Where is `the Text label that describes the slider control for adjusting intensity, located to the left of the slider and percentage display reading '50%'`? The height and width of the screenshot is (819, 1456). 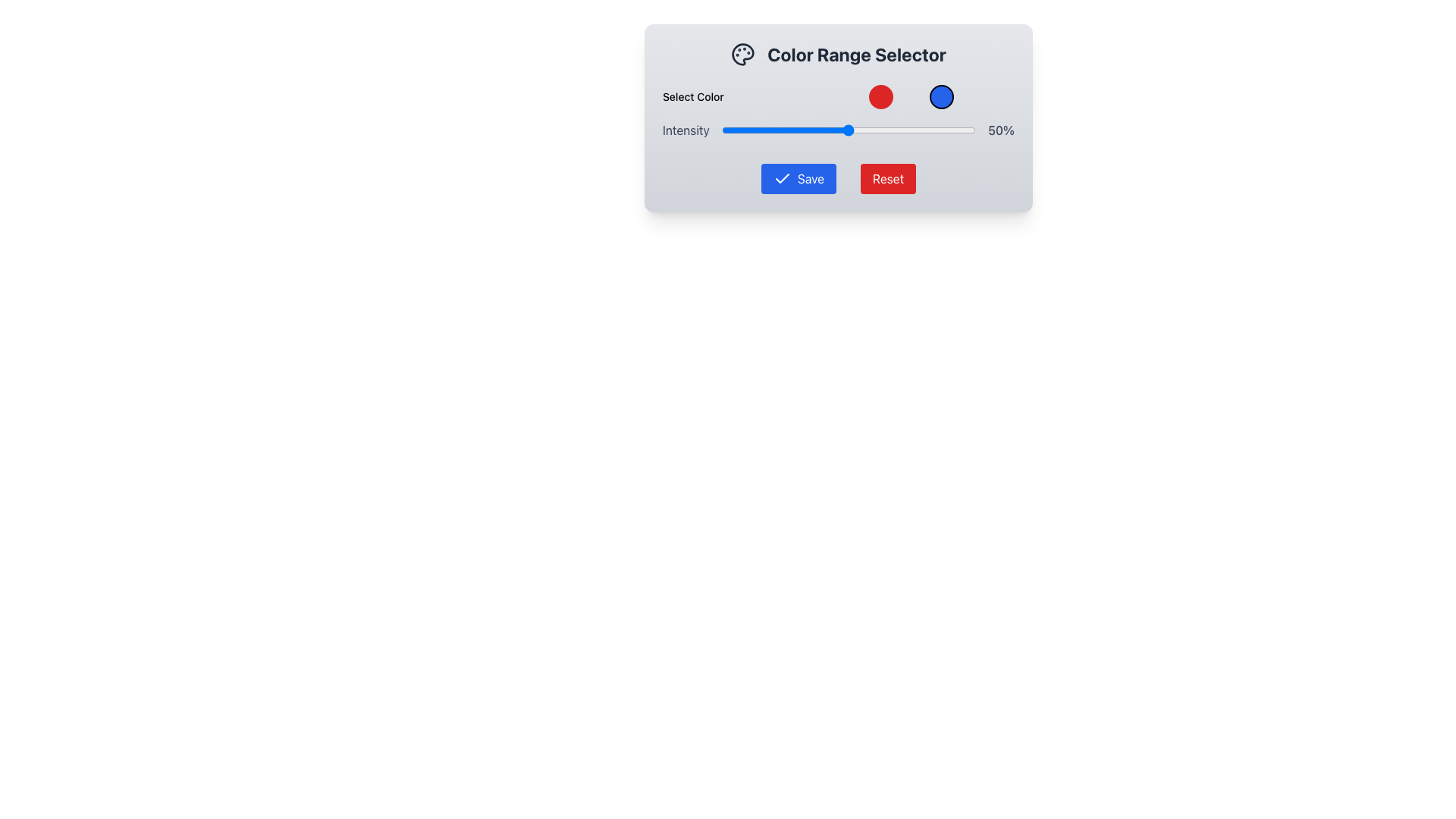
the Text label that describes the slider control for adjusting intensity, located to the left of the slider and percentage display reading '50%' is located at coordinates (685, 130).